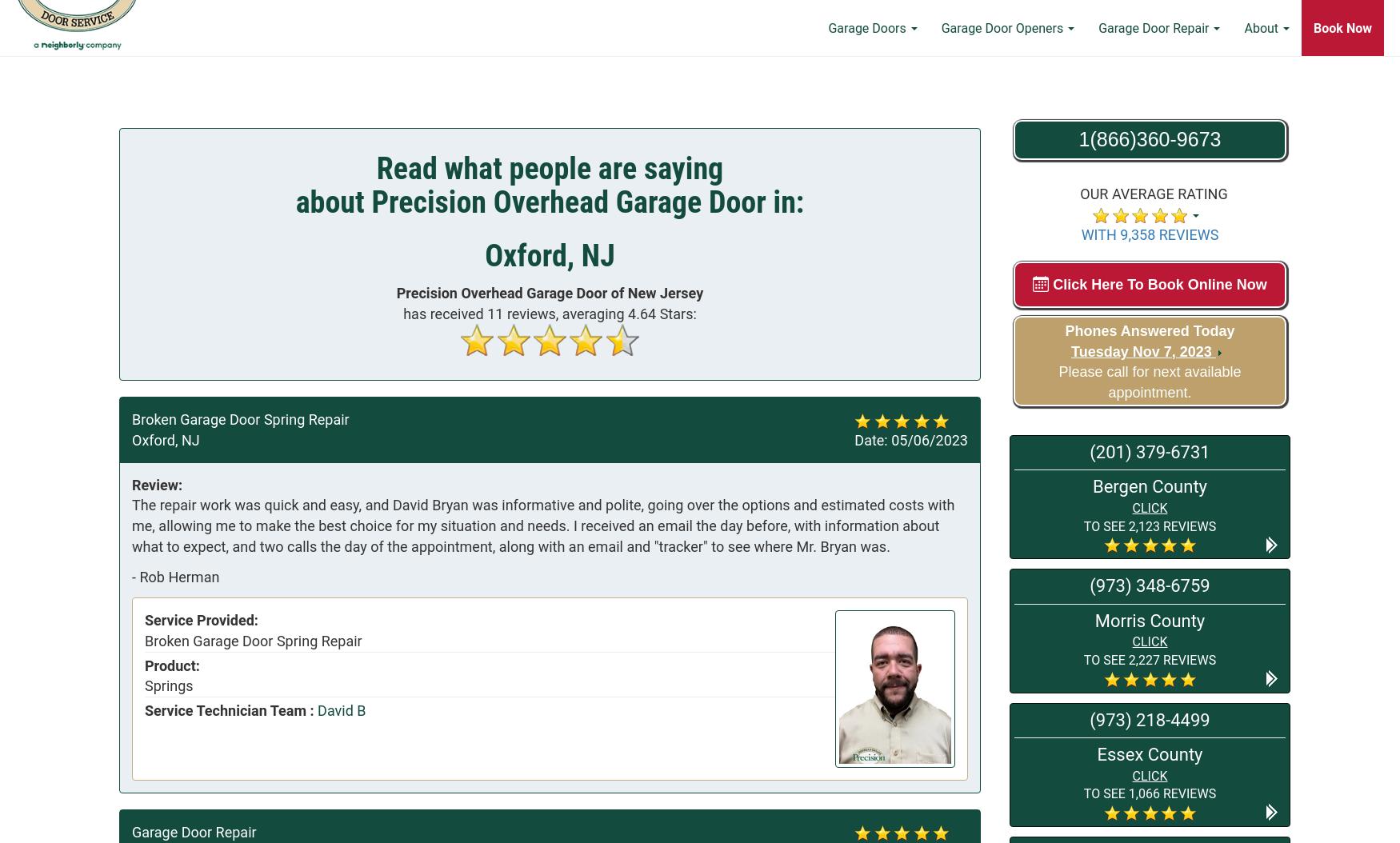 The width and height of the screenshot is (1400, 843). What do you see at coordinates (1090, 452) in the screenshot?
I see `'(201) 379-6731'` at bounding box center [1090, 452].